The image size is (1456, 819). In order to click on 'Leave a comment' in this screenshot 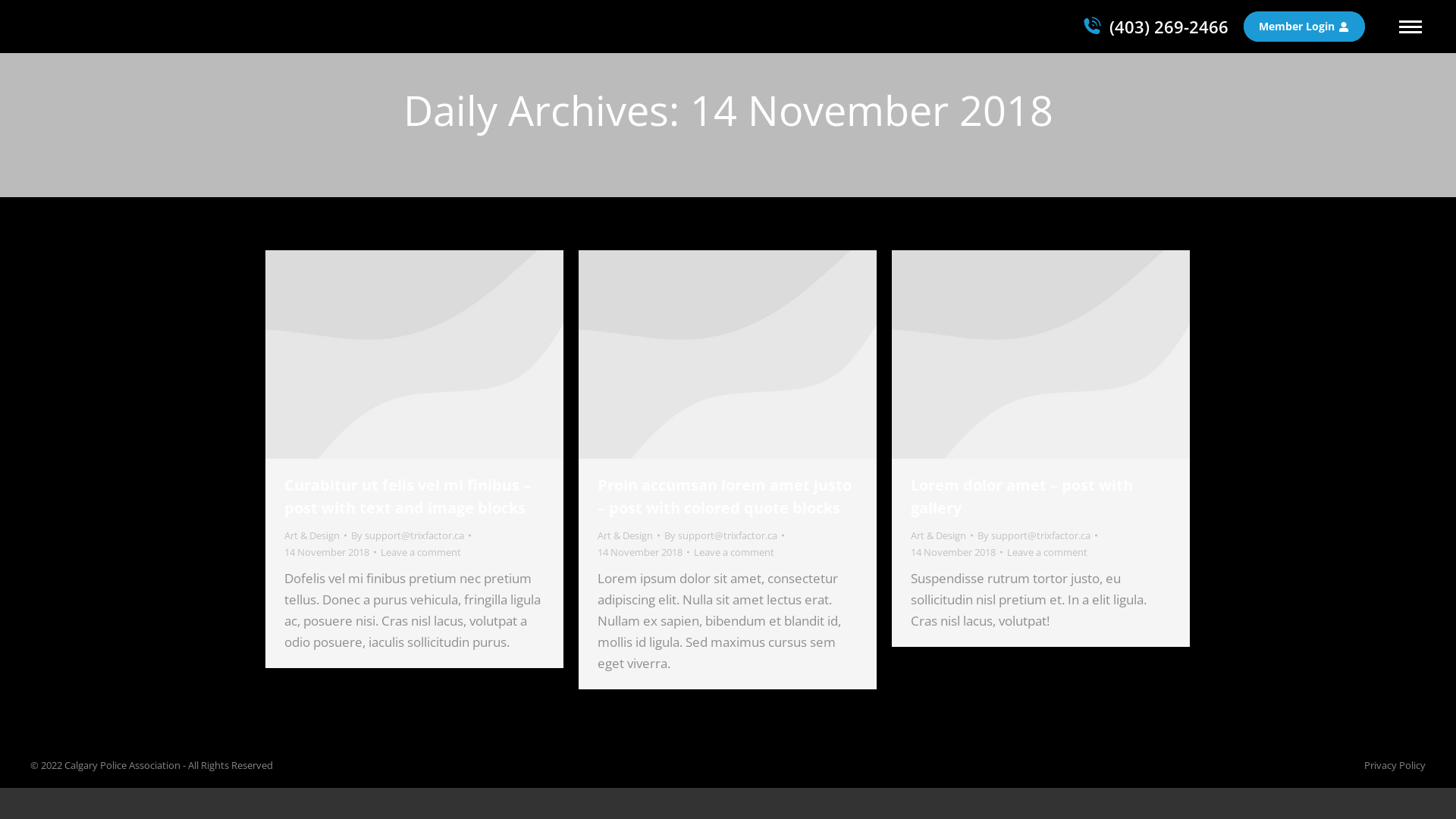, I will do `click(421, 552)`.